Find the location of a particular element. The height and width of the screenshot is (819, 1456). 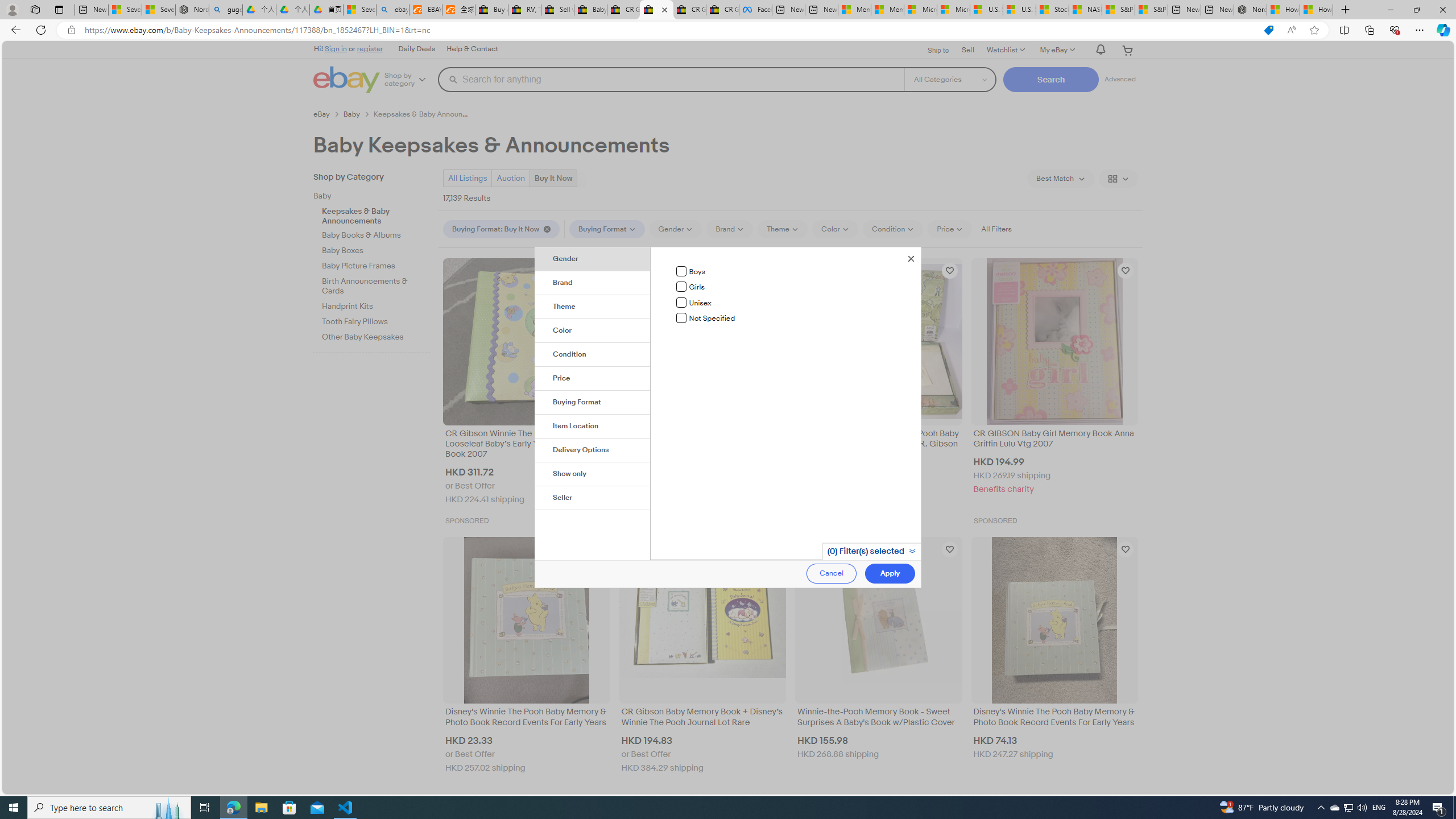

'This site has coupons! Shopping in Microsoft Edge' is located at coordinates (1268, 30).